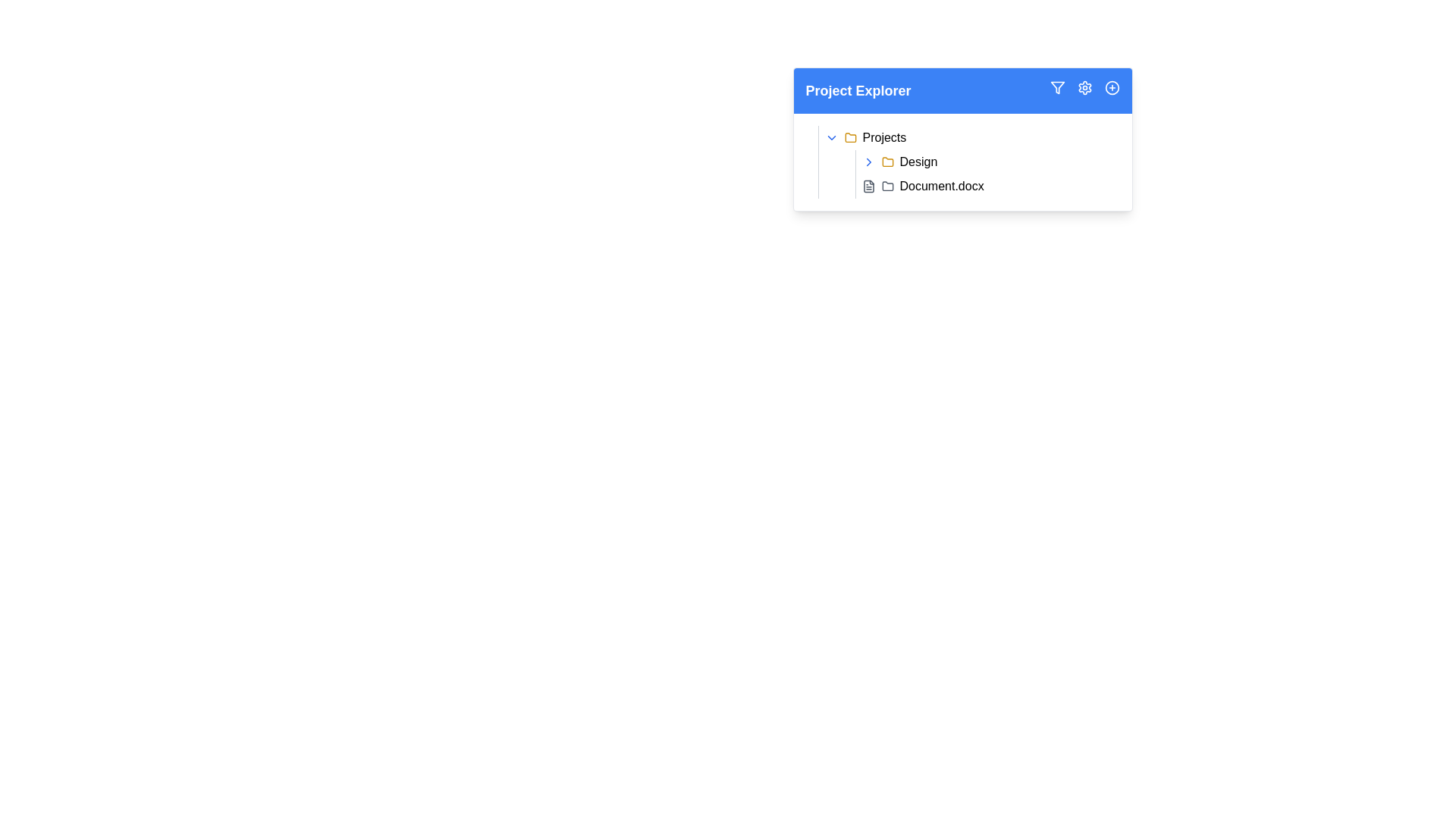 This screenshot has height=819, width=1456. Describe the element at coordinates (1112, 87) in the screenshot. I see `the circular SVG icon representing the base of a plus sign in the 'Project Explorer' panel, located at the top-right corner next to filter and settings icons` at that location.